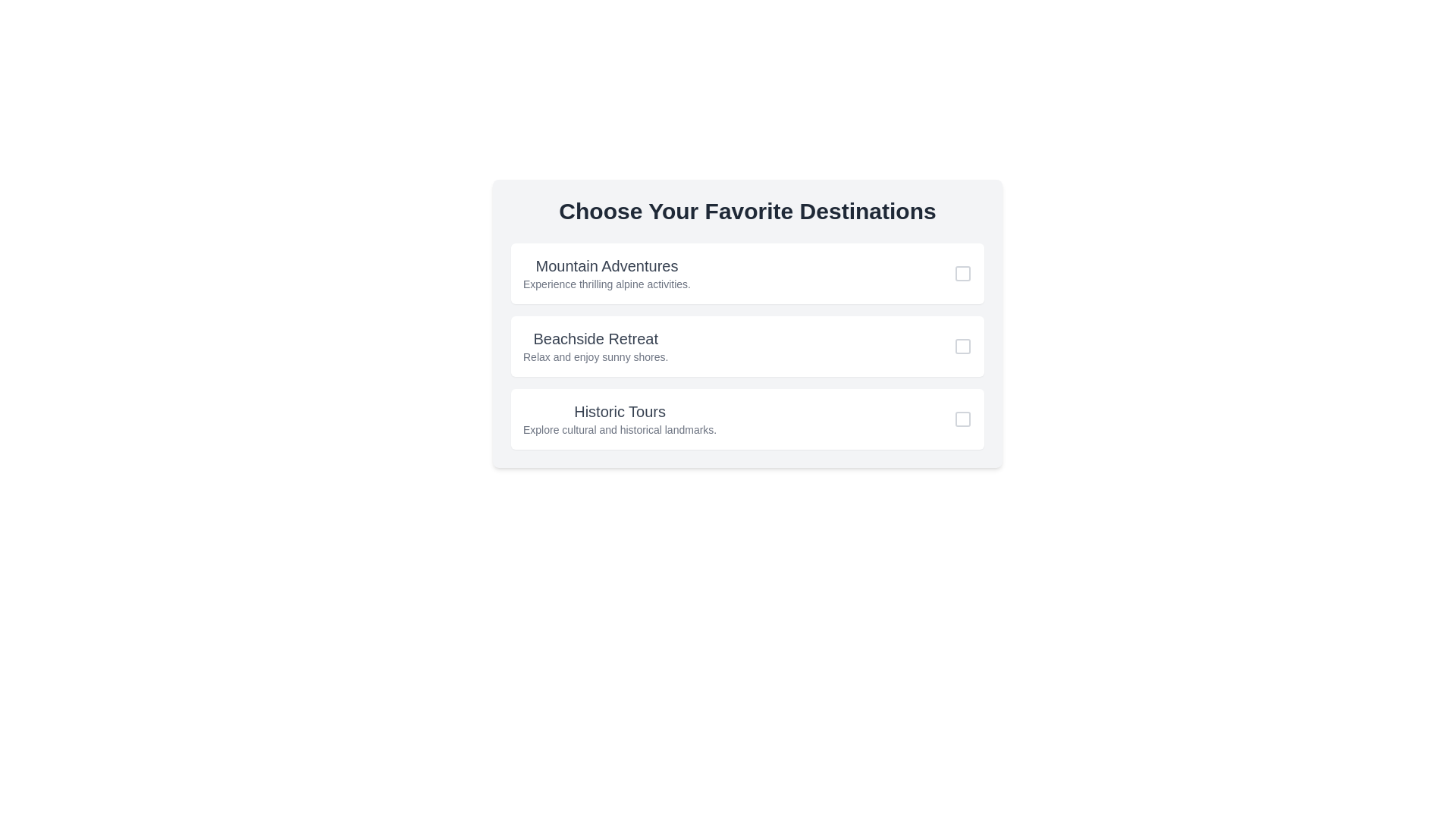 This screenshot has height=819, width=1456. I want to click on the static text label displaying the title of the second selectable option in the list of destinations, positioned near the top-middle of the second box, so click(595, 338).